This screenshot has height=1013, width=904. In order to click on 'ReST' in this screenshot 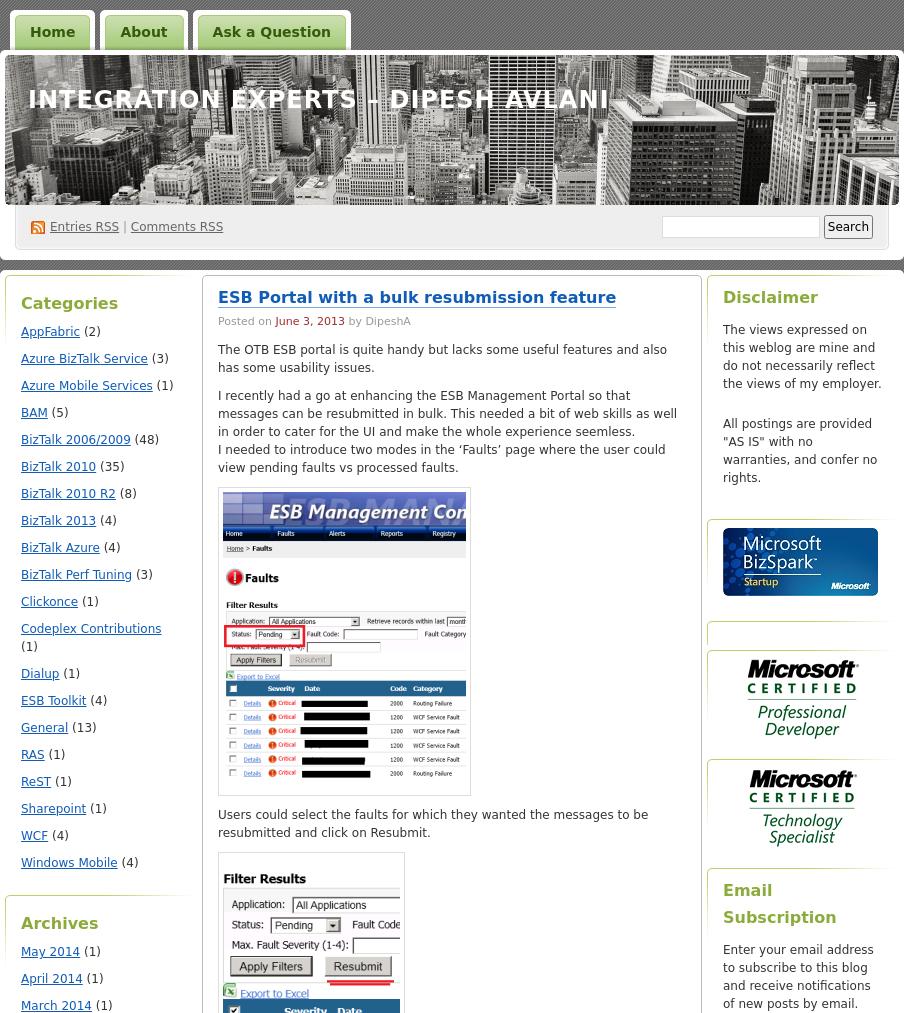, I will do `click(34, 782)`.